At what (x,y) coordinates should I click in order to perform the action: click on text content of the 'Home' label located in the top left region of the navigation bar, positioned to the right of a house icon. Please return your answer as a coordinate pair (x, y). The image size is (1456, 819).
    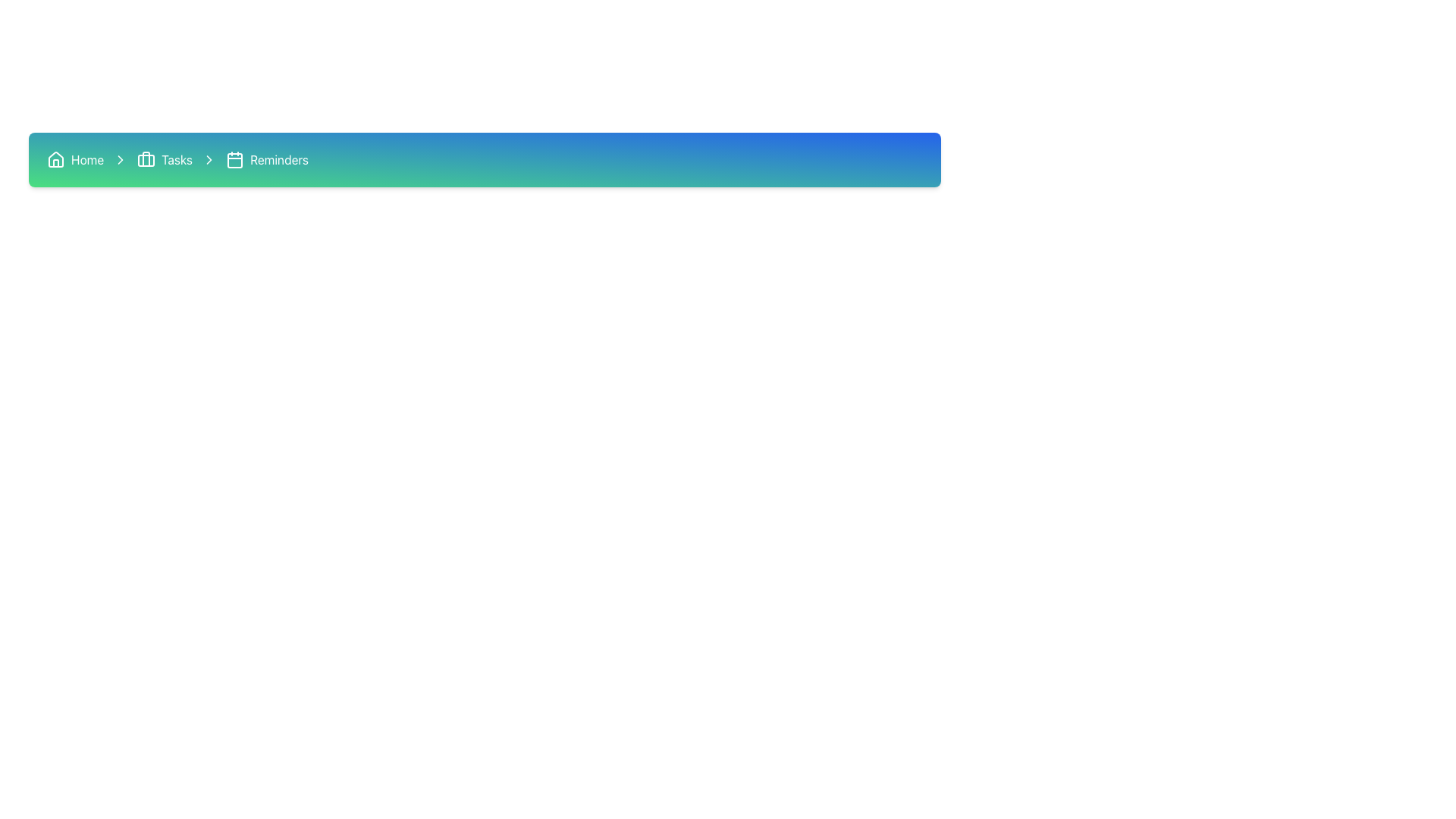
    Looking at the image, I should click on (86, 160).